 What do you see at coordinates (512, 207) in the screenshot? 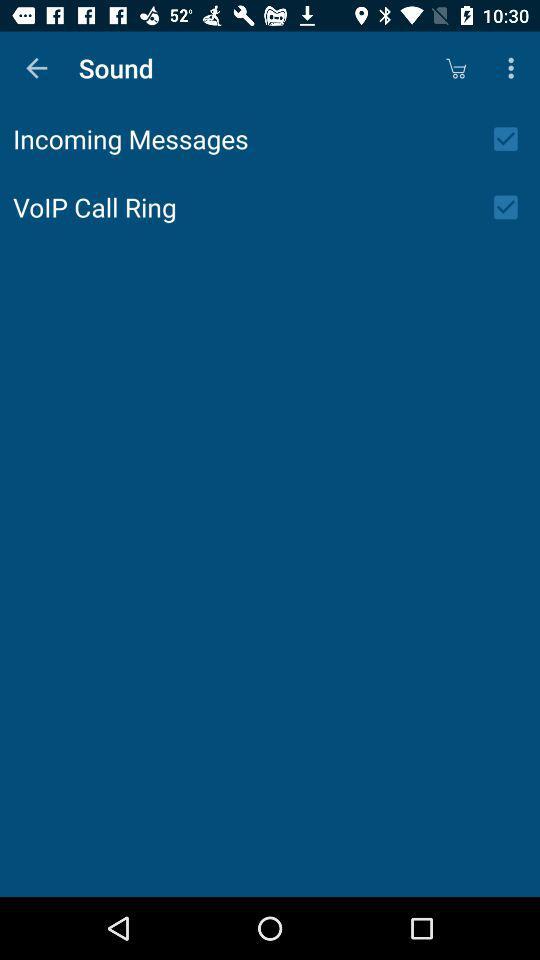
I see `the icon to the right of voip call ring` at bounding box center [512, 207].